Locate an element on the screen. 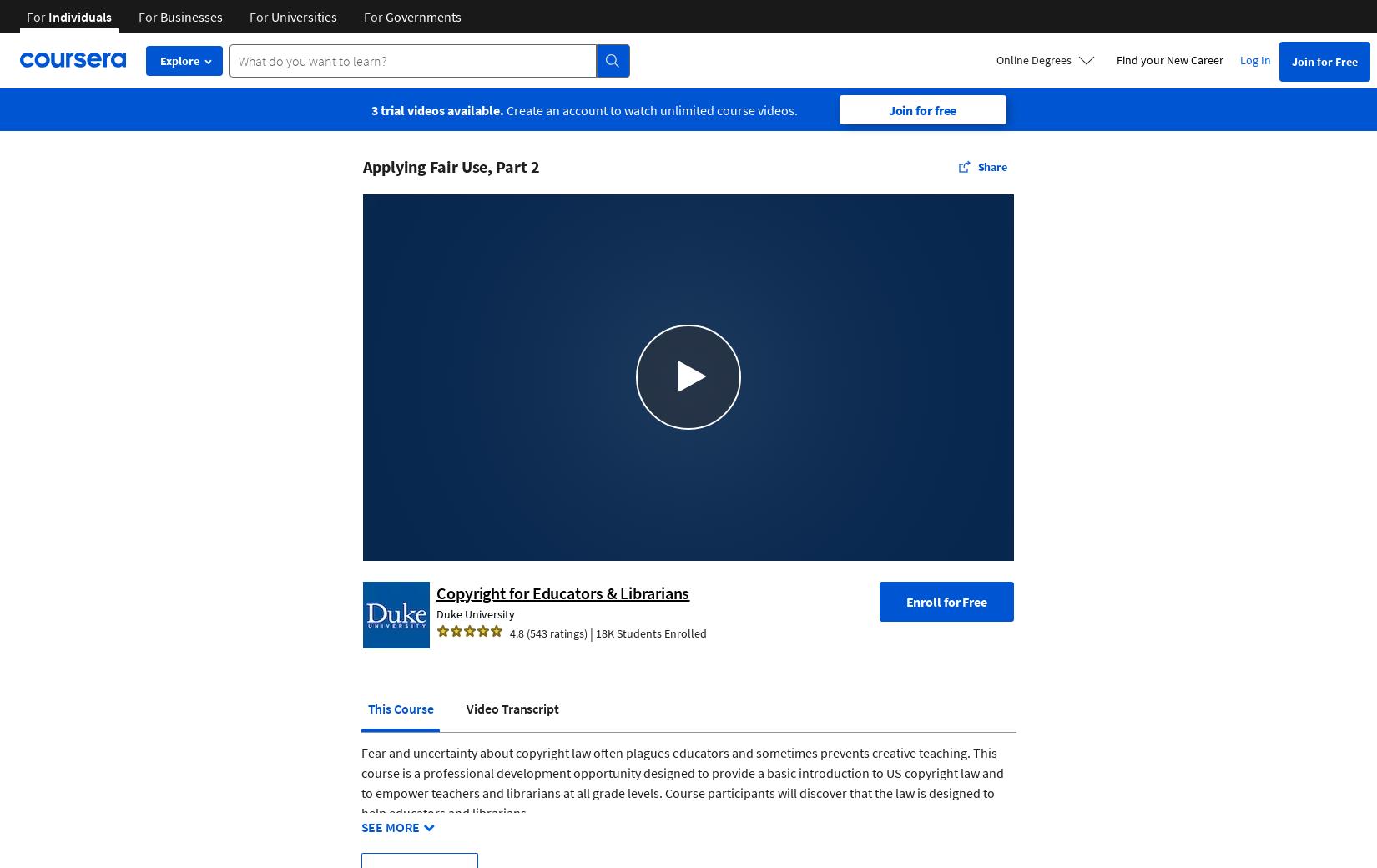 The height and width of the screenshot is (868, 1377). '4.8 (543 ratings)' is located at coordinates (547, 632).